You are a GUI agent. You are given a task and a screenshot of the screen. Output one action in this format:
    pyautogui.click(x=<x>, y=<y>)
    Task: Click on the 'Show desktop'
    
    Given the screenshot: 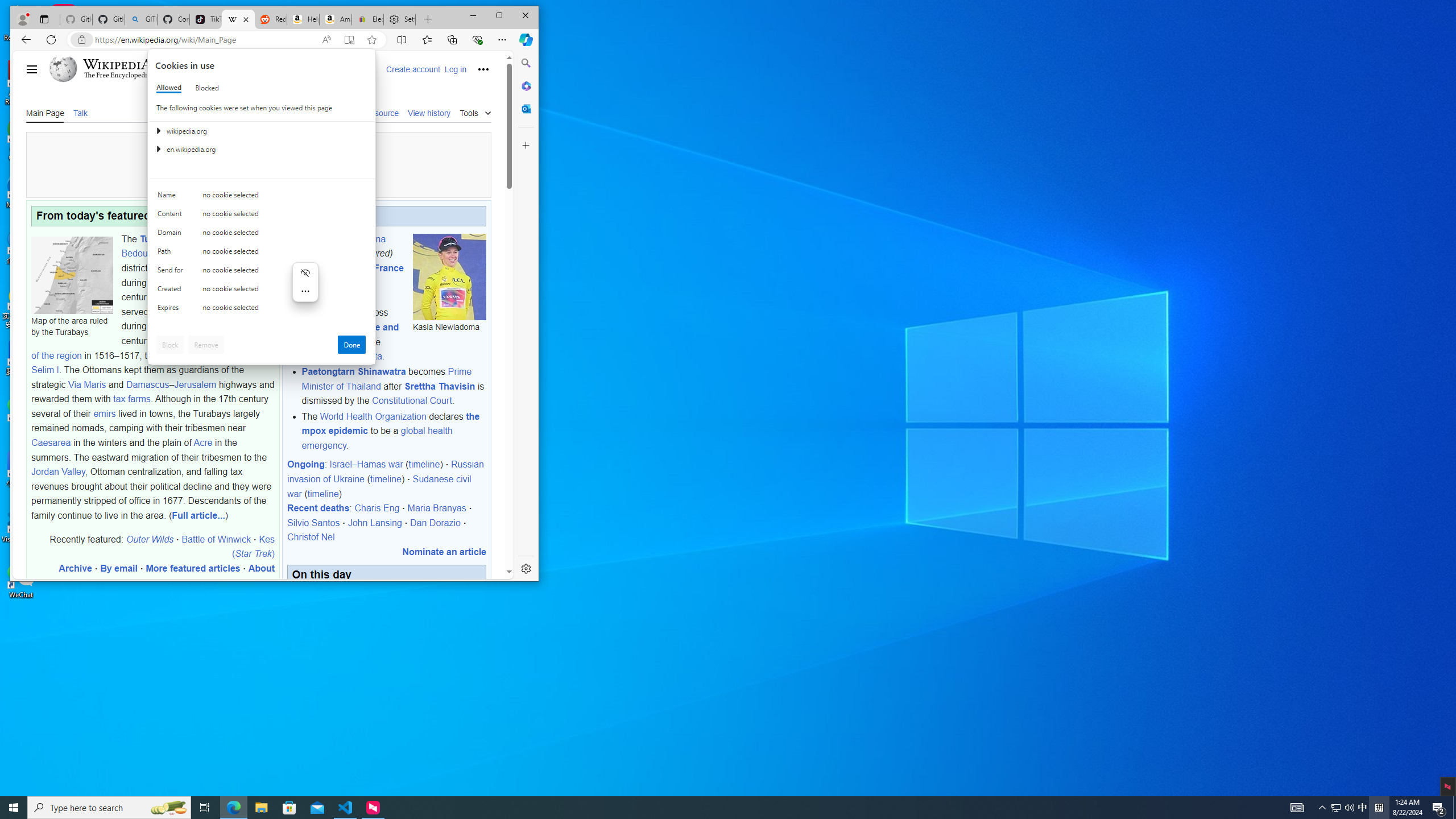 What is the action you would take?
    pyautogui.click(x=1454, y=806)
    